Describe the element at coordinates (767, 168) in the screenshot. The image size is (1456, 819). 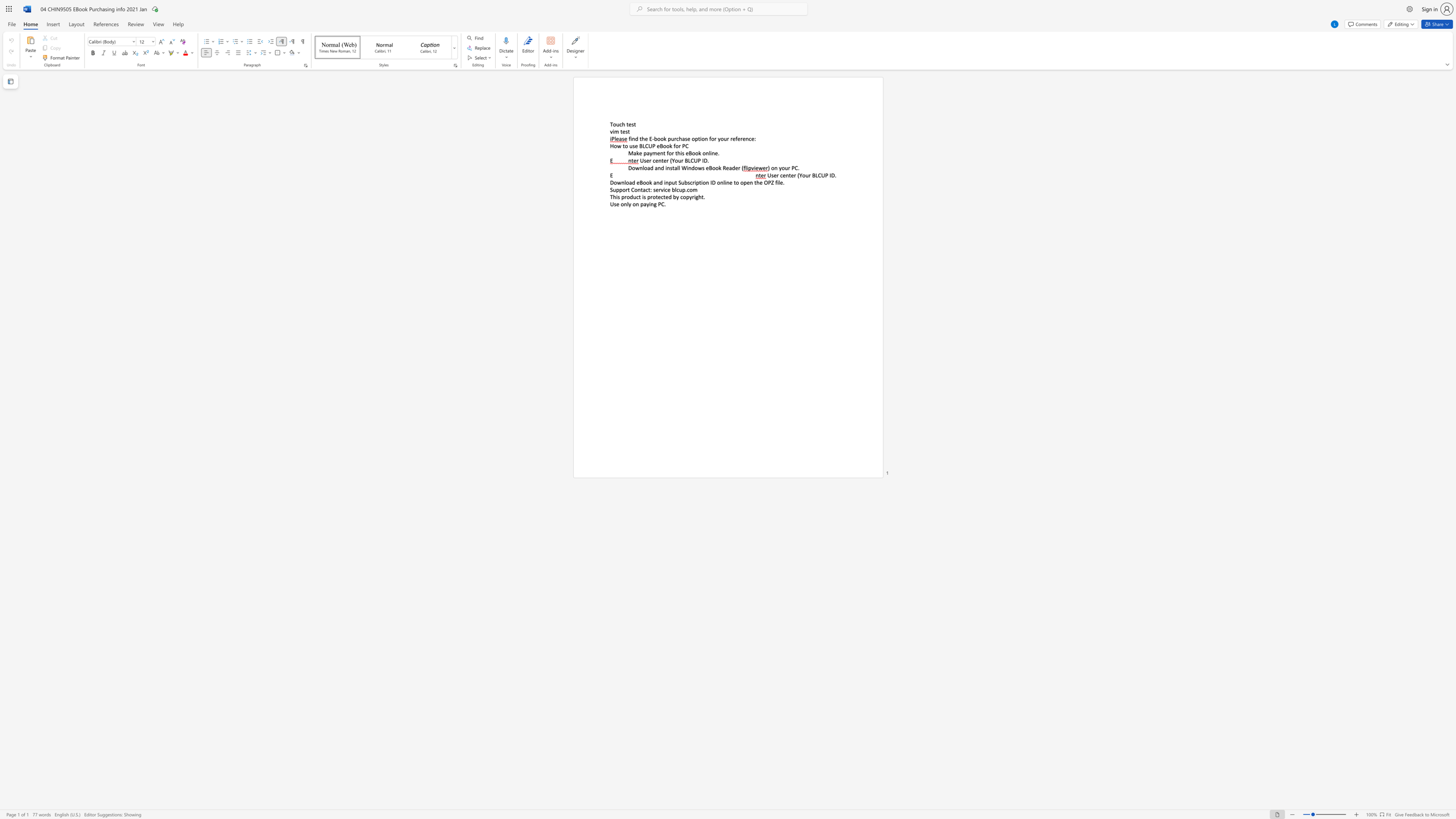
I see `the subset text ") on y" within the text ") on your PC."` at that location.